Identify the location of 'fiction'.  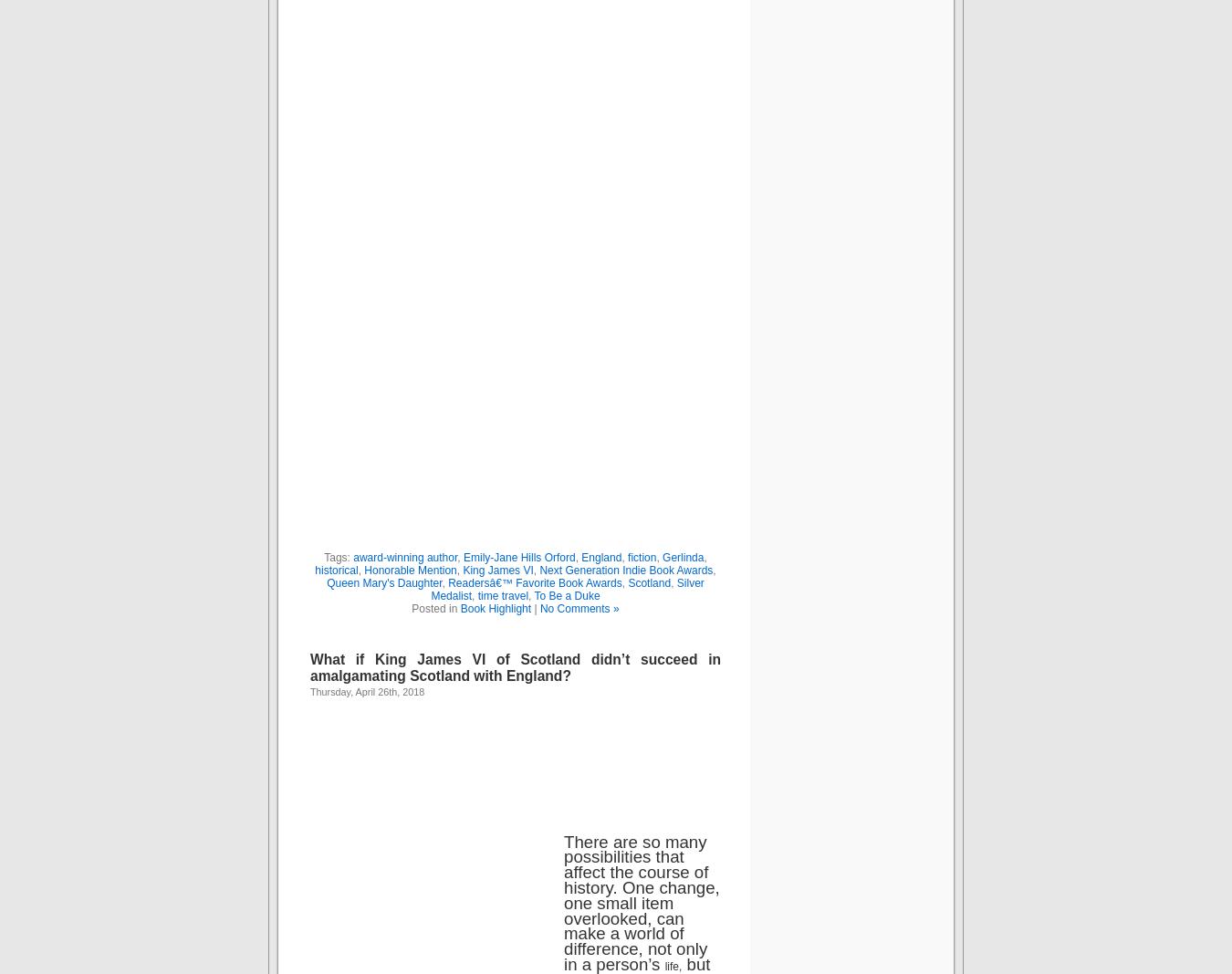
(641, 557).